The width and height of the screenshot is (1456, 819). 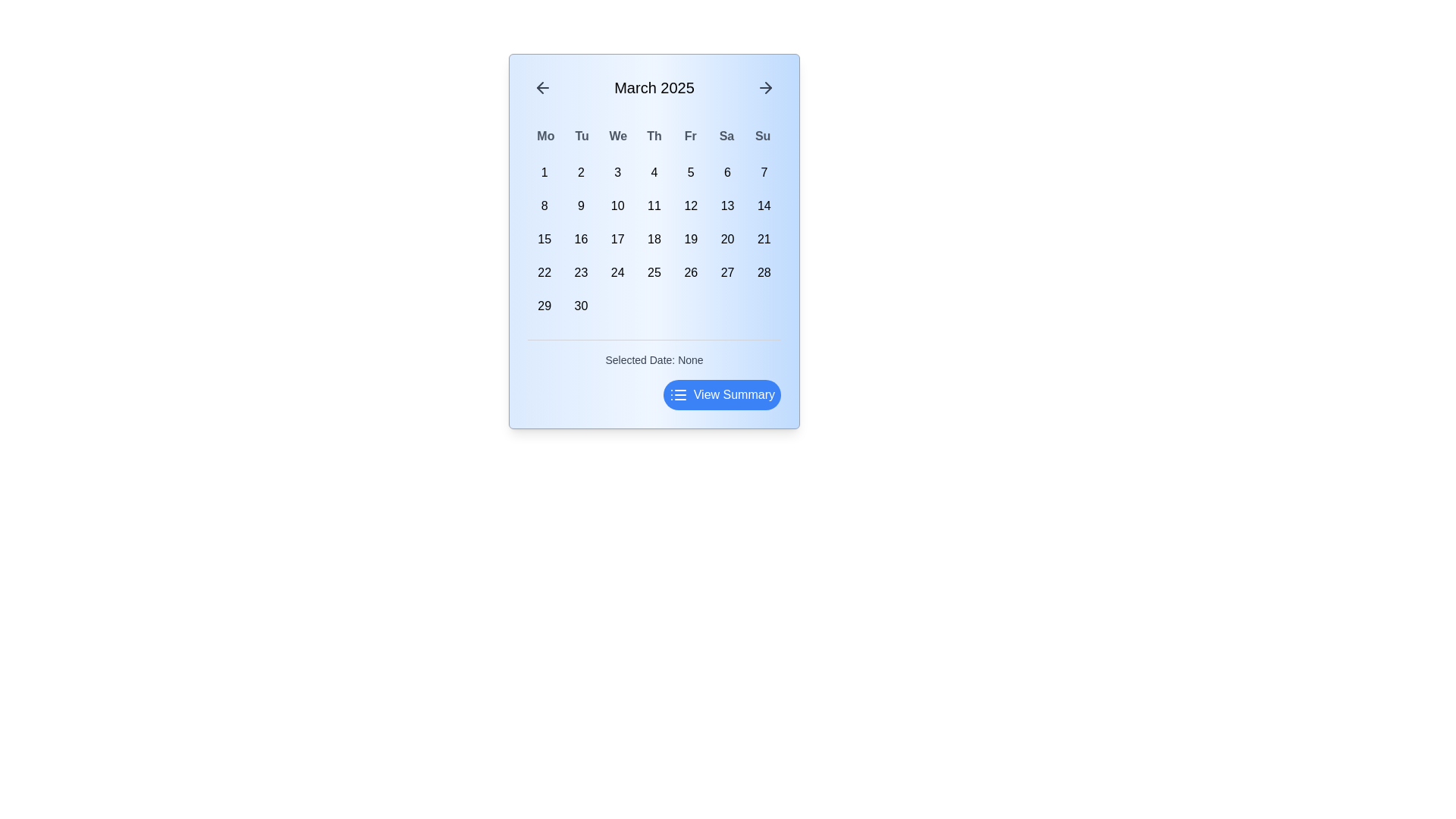 I want to click on the circular button labeled '25' in the calendar grid layout, so click(x=654, y=271).